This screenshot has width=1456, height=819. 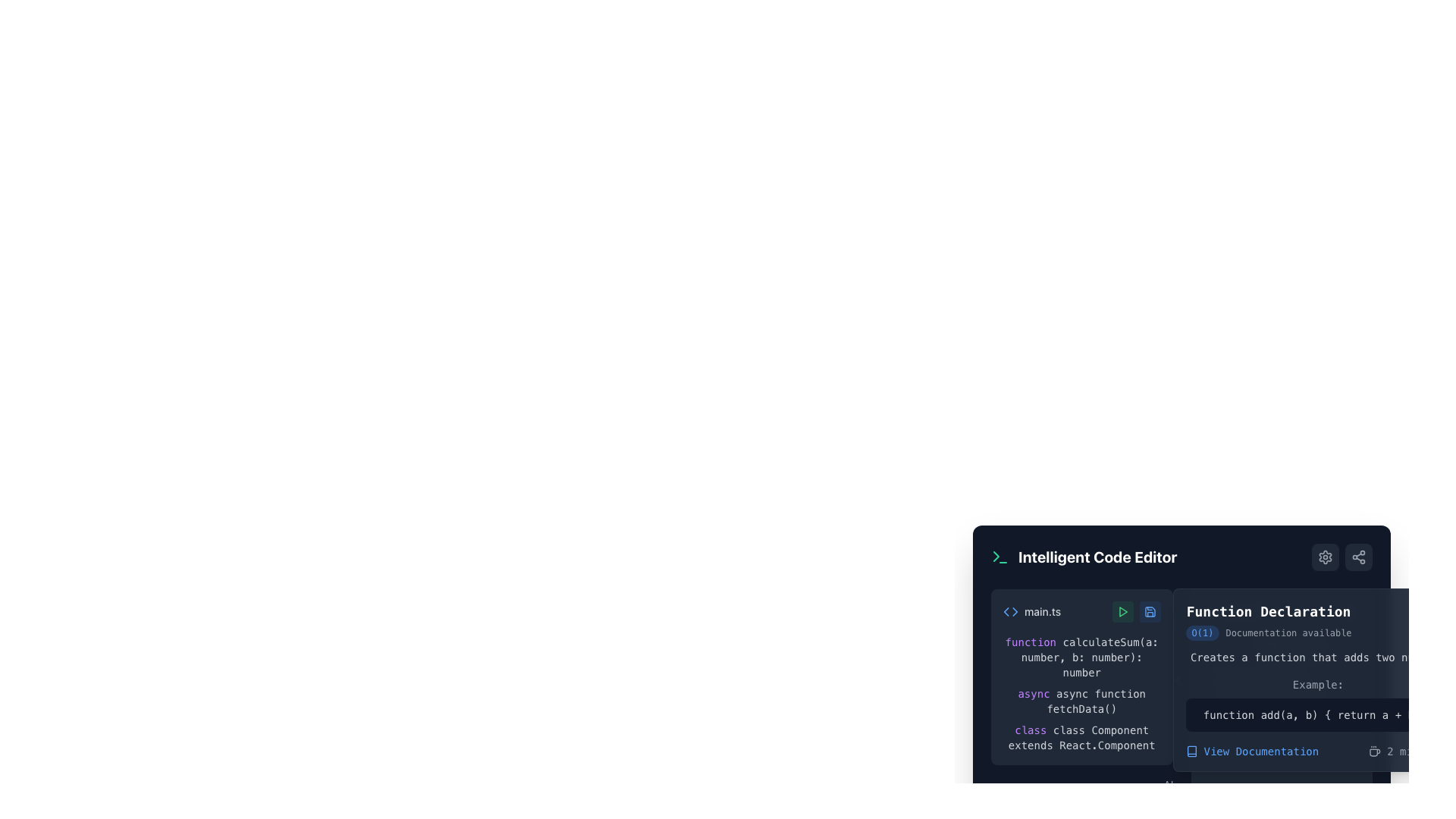 I want to click on the Text display that shows a line of code related to class definitions, located at the bottom of a section of code snippets, so click(x=1081, y=736).